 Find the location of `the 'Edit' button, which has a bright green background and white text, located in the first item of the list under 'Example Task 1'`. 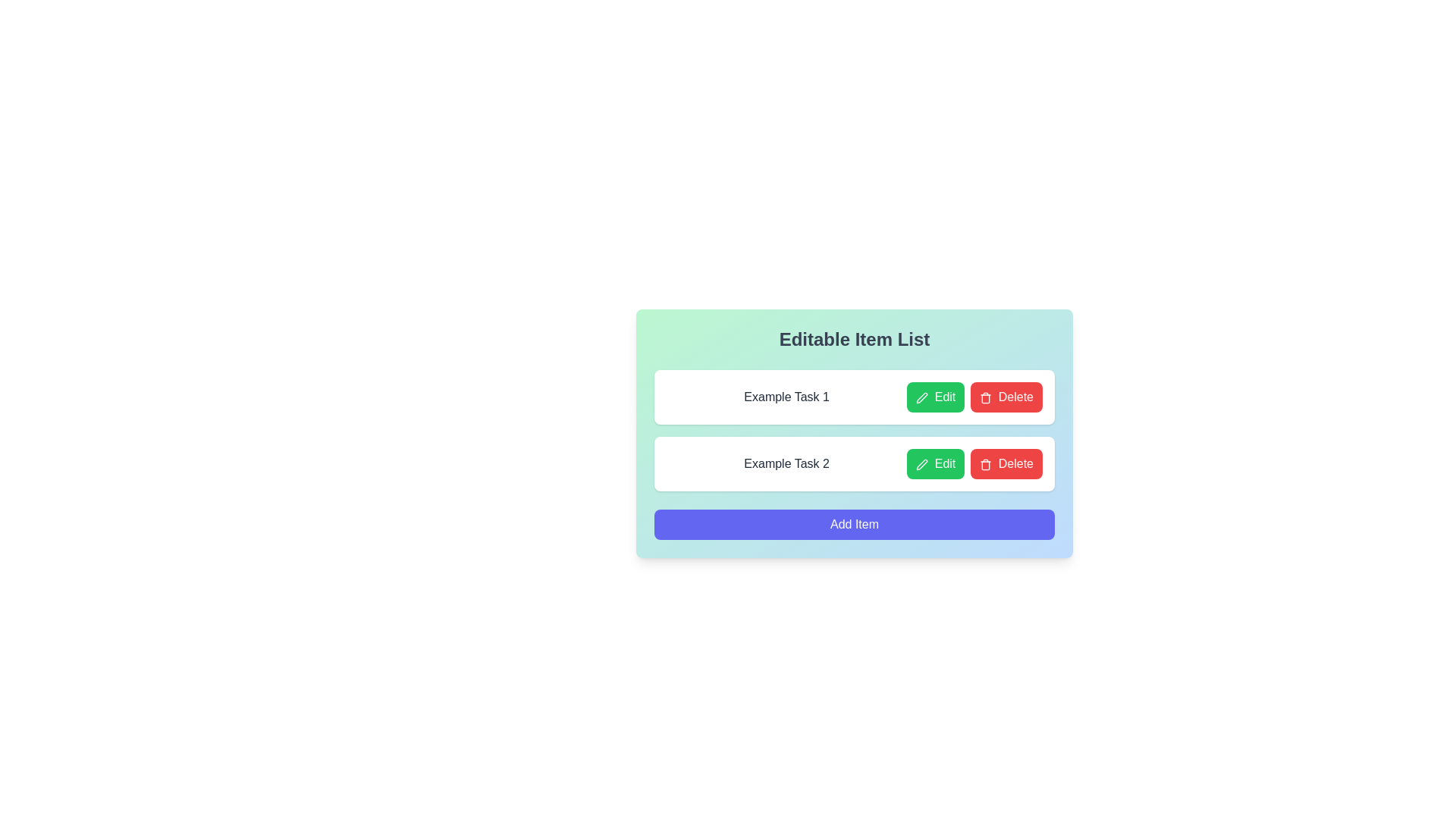

the 'Edit' button, which has a bright green background and white text, located in the first item of the list under 'Example Task 1' is located at coordinates (935, 397).